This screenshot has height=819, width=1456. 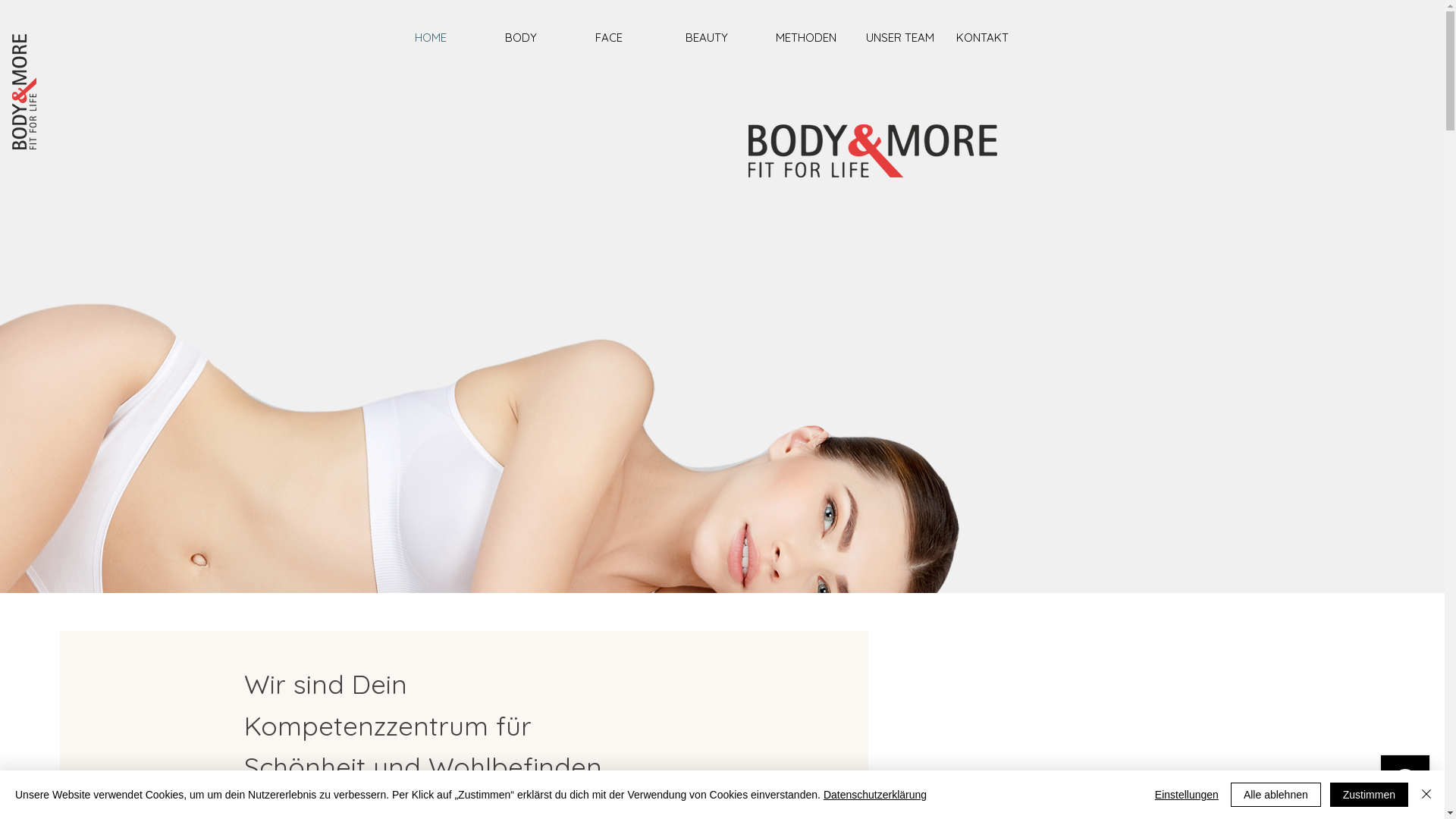 I want to click on 'BEAUTY', so click(x=722, y=37).